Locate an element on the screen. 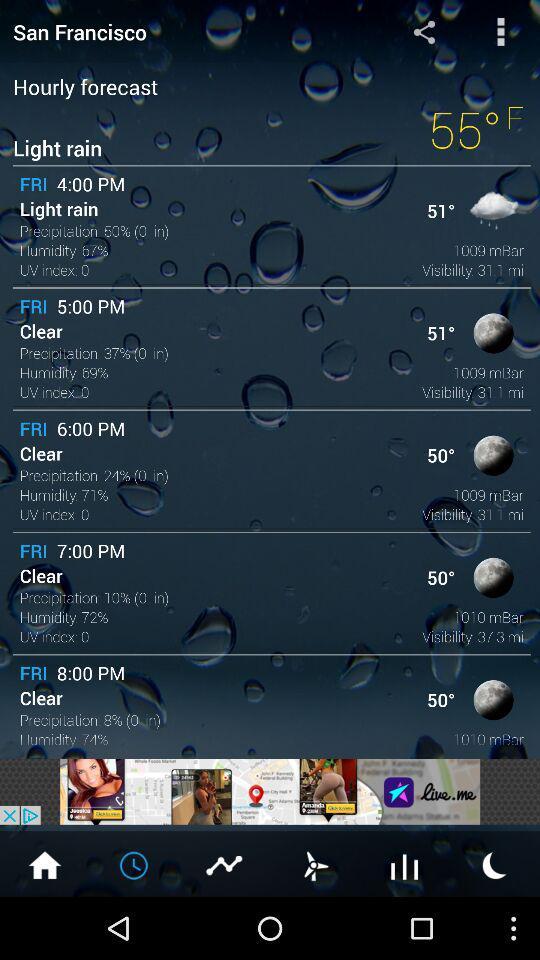  hourly weather is located at coordinates (135, 863).